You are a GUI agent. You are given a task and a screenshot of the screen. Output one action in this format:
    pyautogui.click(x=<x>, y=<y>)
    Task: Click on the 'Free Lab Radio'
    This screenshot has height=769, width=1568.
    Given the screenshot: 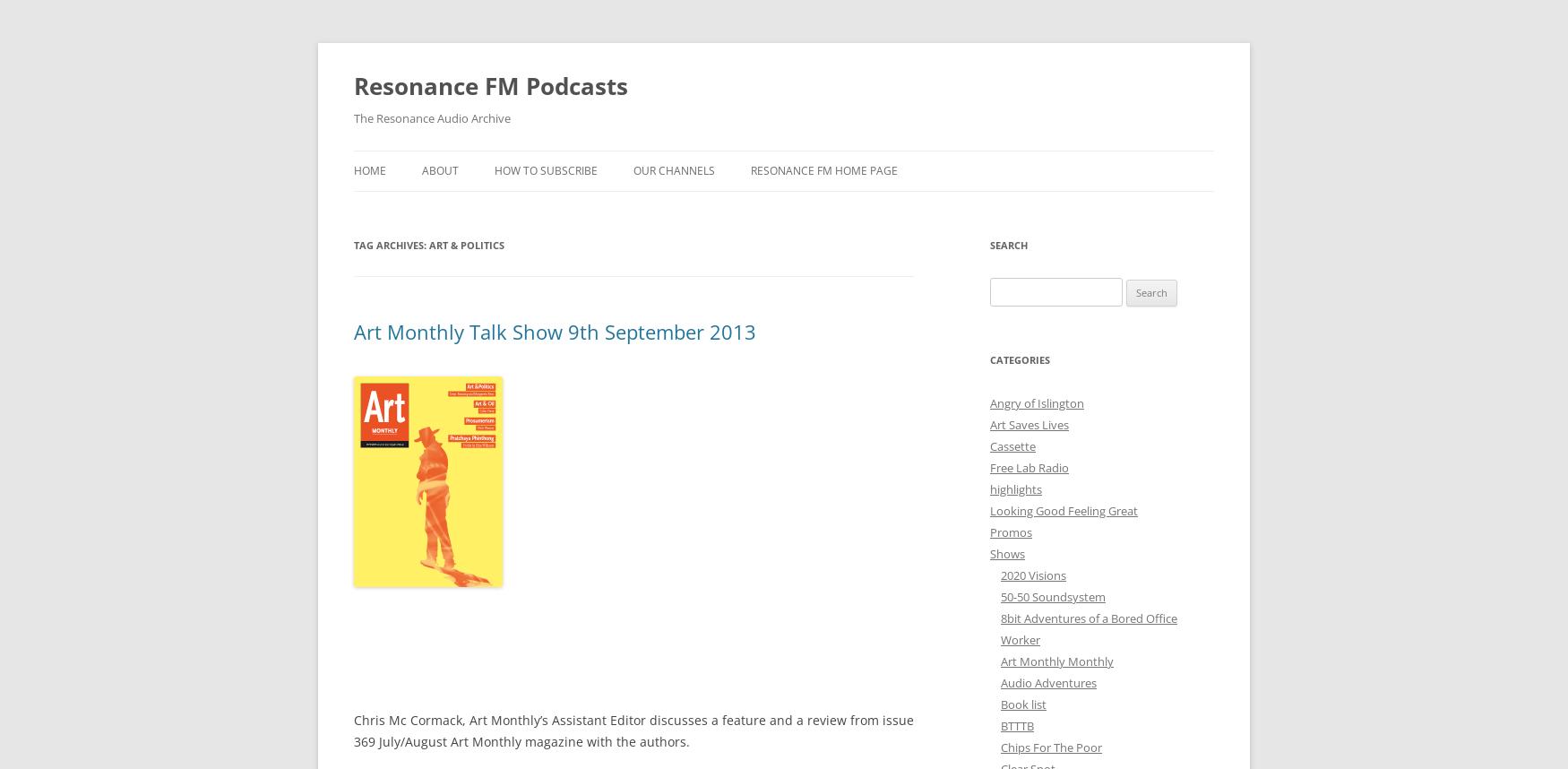 What is the action you would take?
    pyautogui.click(x=1029, y=468)
    